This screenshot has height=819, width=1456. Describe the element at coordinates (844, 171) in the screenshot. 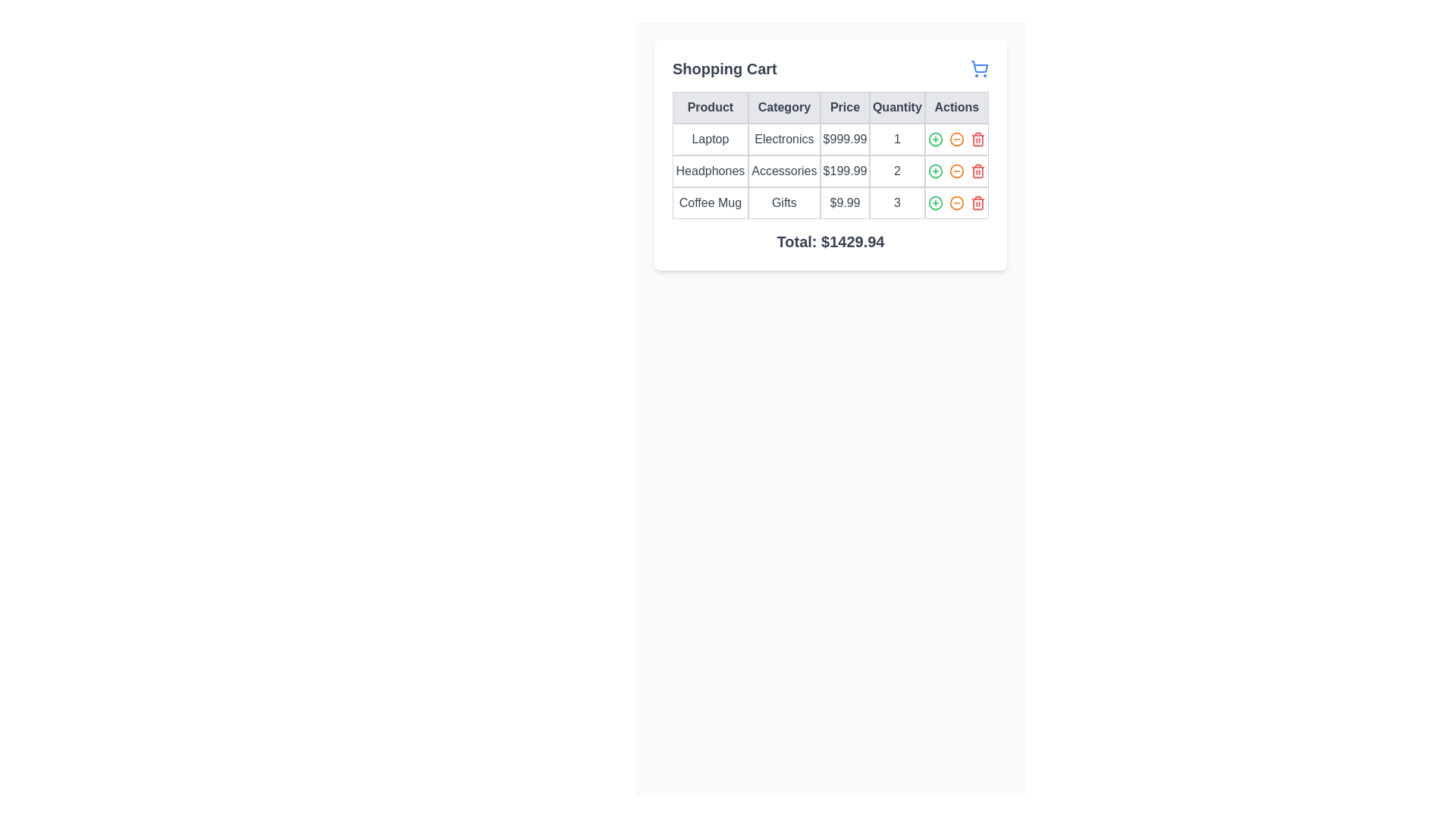

I see `the Text display box showing the price '$199.99' in the 'Shopping Cart' table under the 'Headphones' product row` at that location.